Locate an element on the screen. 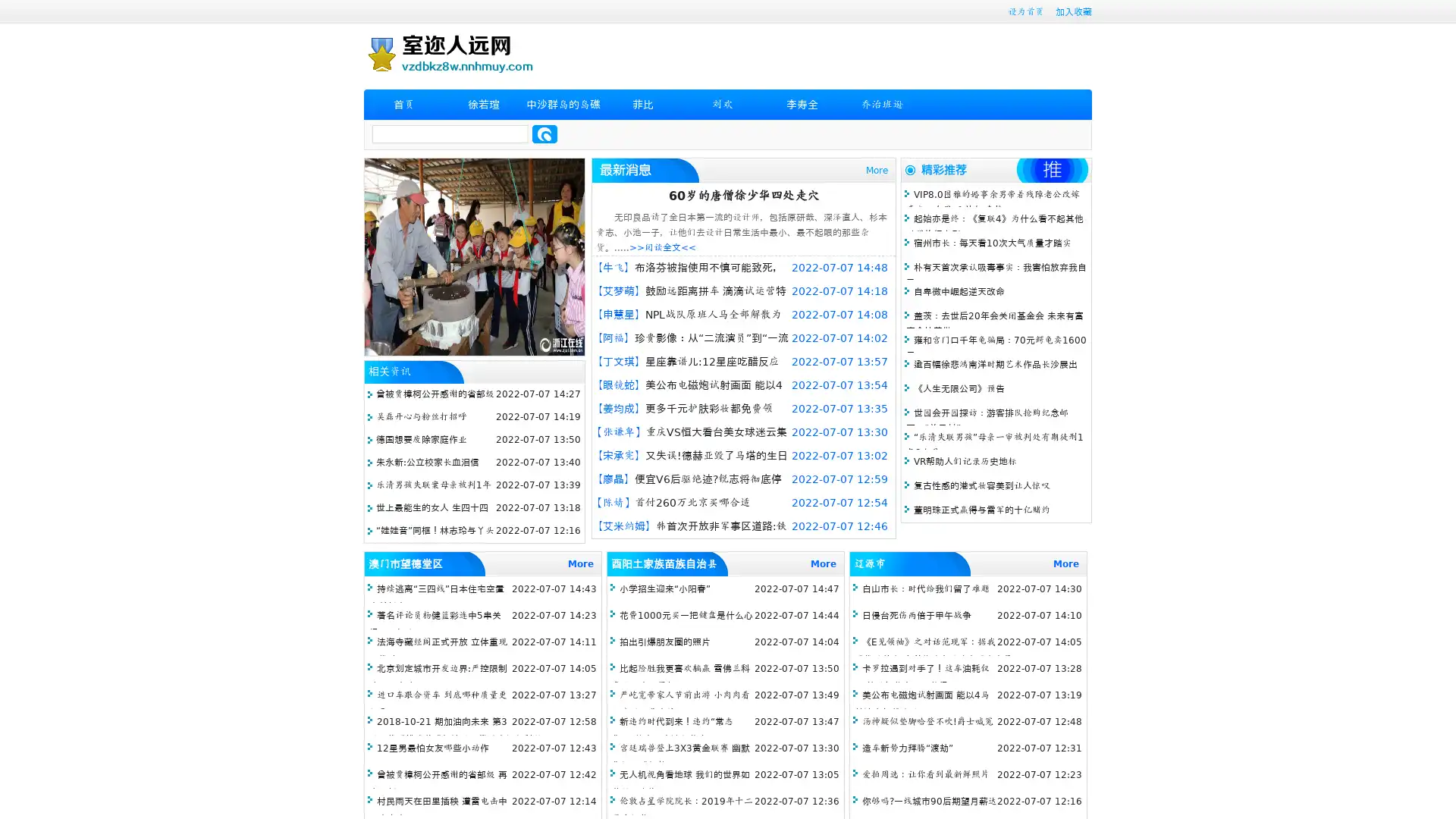 The width and height of the screenshot is (1456, 819). Search is located at coordinates (544, 133).